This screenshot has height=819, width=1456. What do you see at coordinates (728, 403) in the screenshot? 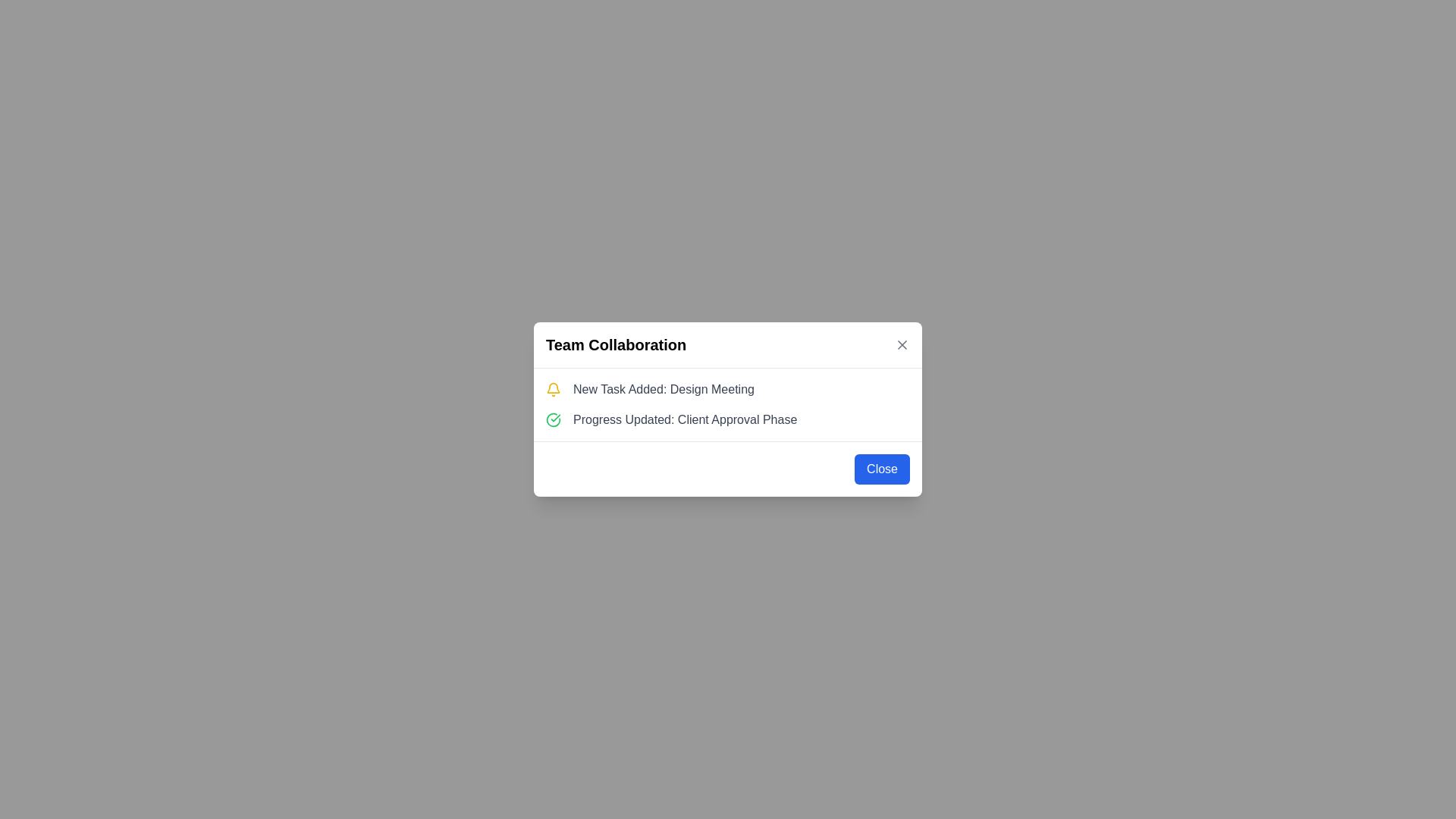
I see `the notification icons in the modal dialog box titled 'Team Collaboration'` at bounding box center [728, 403].